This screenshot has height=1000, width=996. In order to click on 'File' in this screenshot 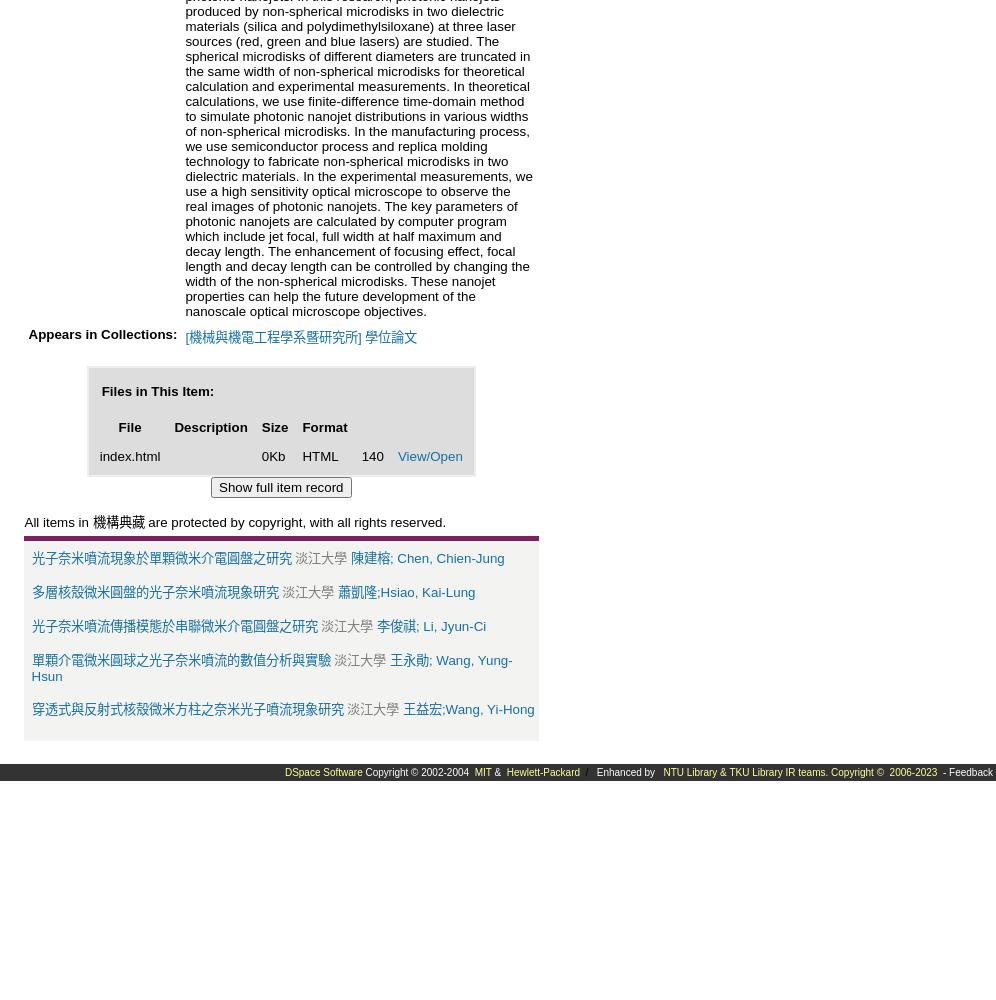, I will do `click(128, 427)`.